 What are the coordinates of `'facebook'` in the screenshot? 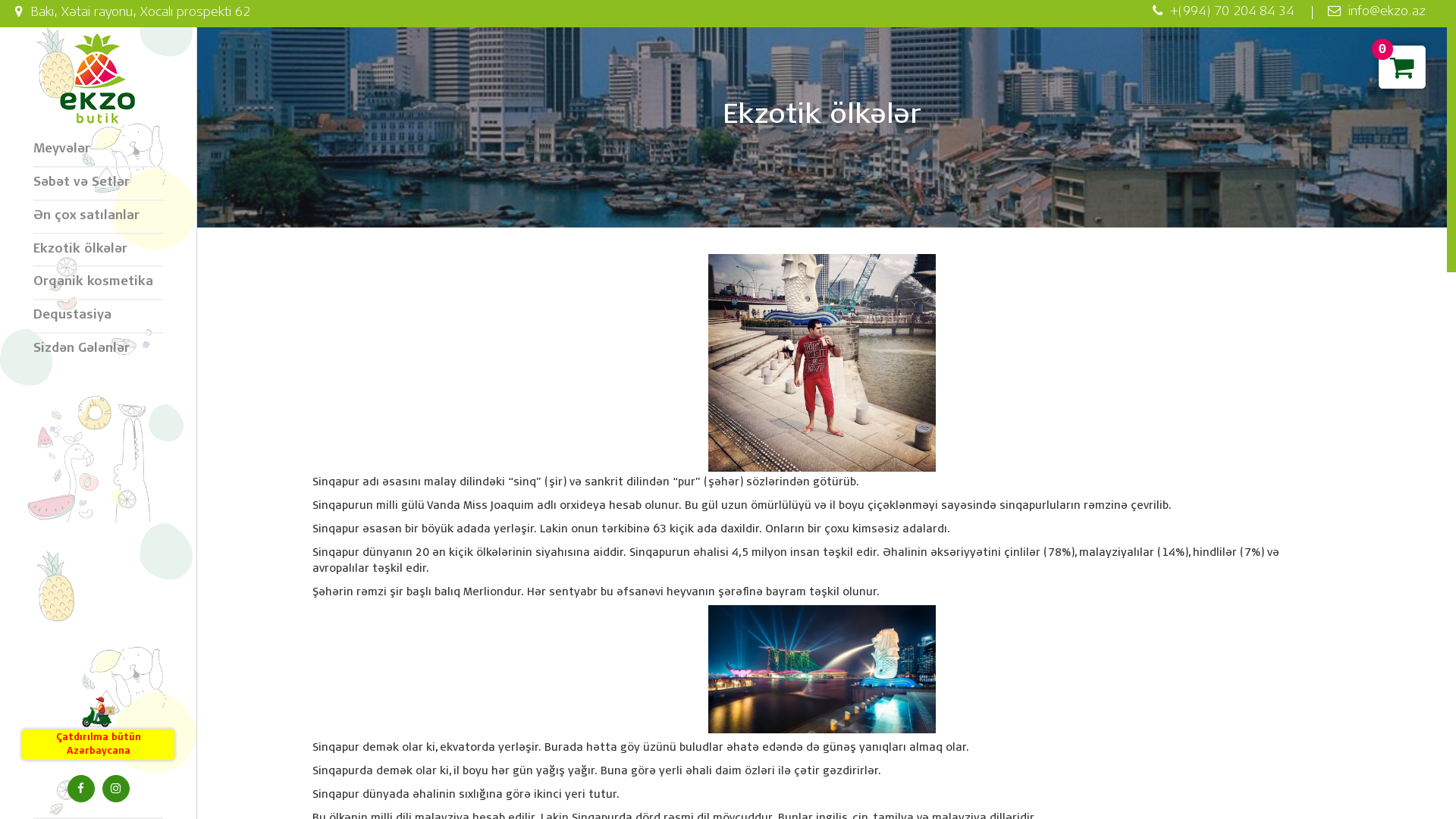 It's located at (79, 788).